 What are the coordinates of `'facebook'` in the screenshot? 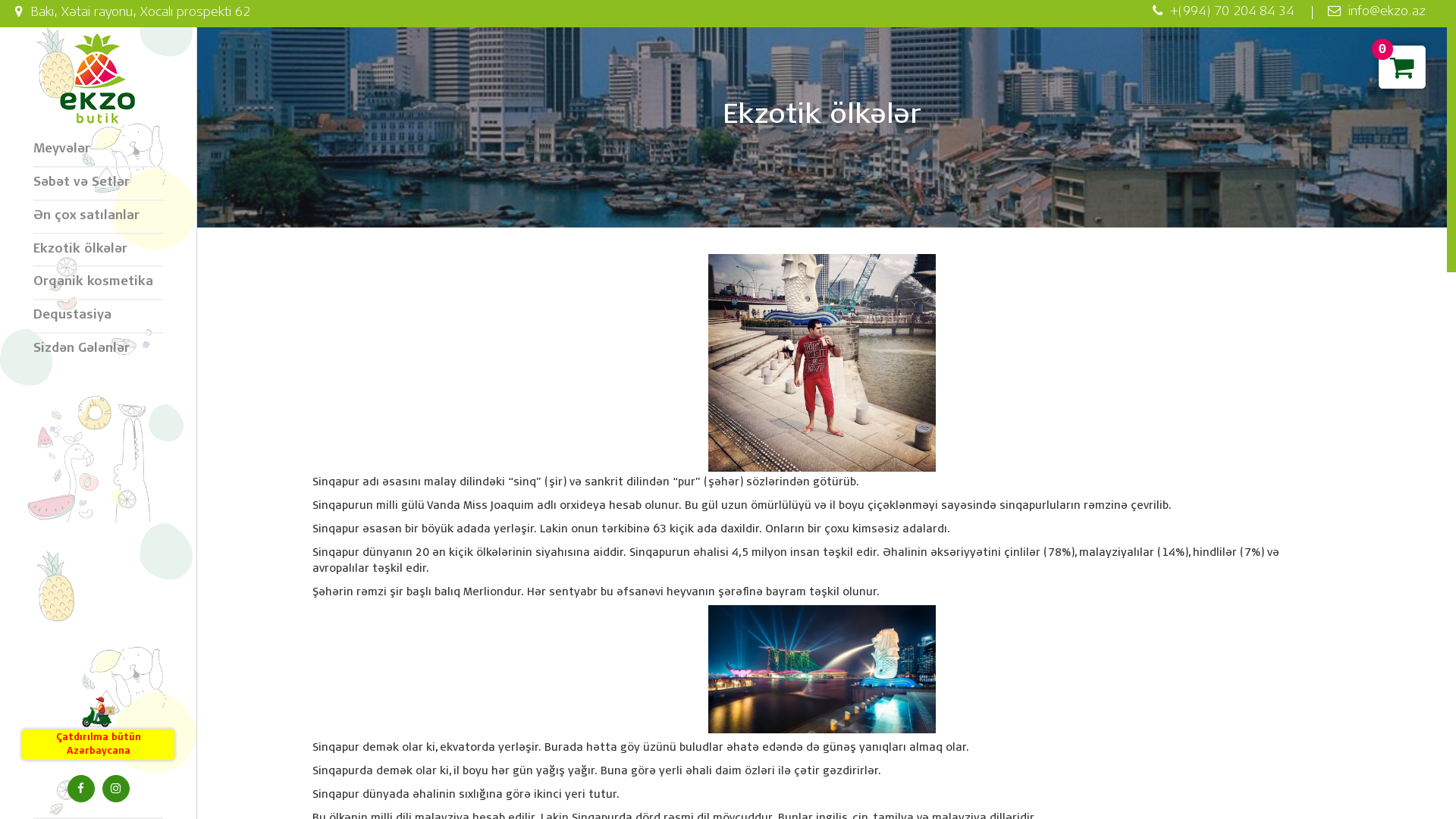 It's located at (79, 788).